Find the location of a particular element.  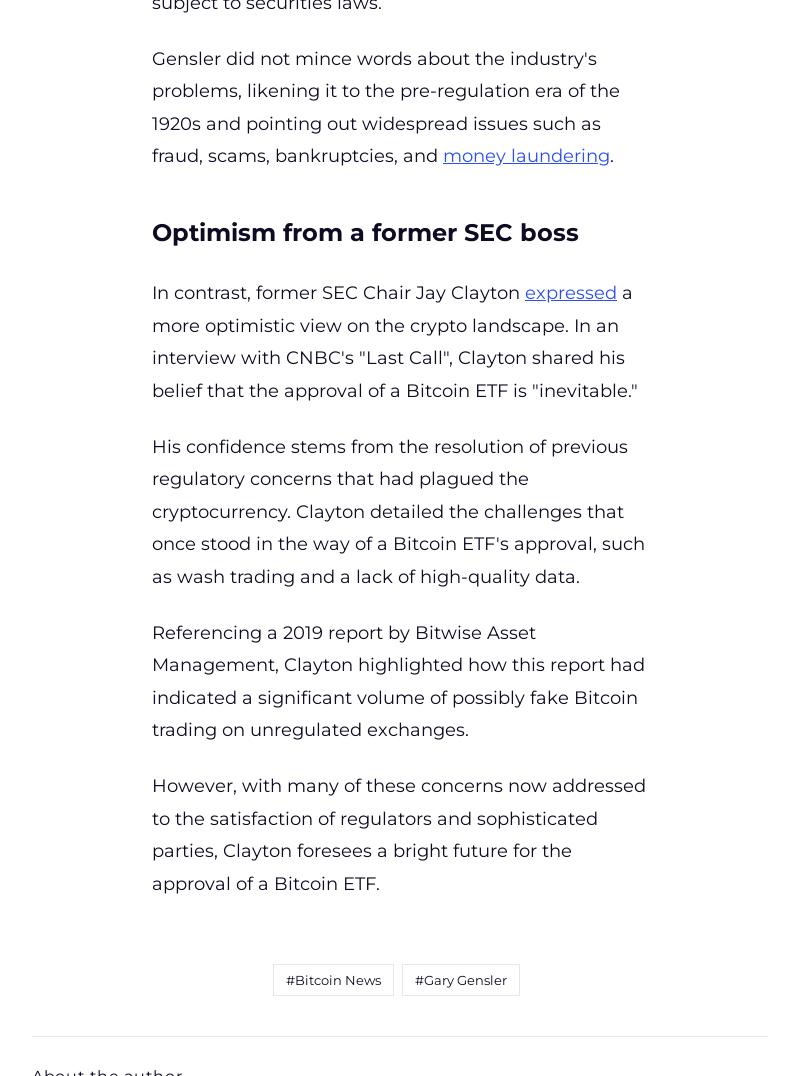

'Referencing a 2019 report by Bitwise Asset Management, Clayton highlighted how this report had indicated a significant volume of possibly fake Bitcoin trading on unregulated exchanges.' is located at coordinates (397, 681).